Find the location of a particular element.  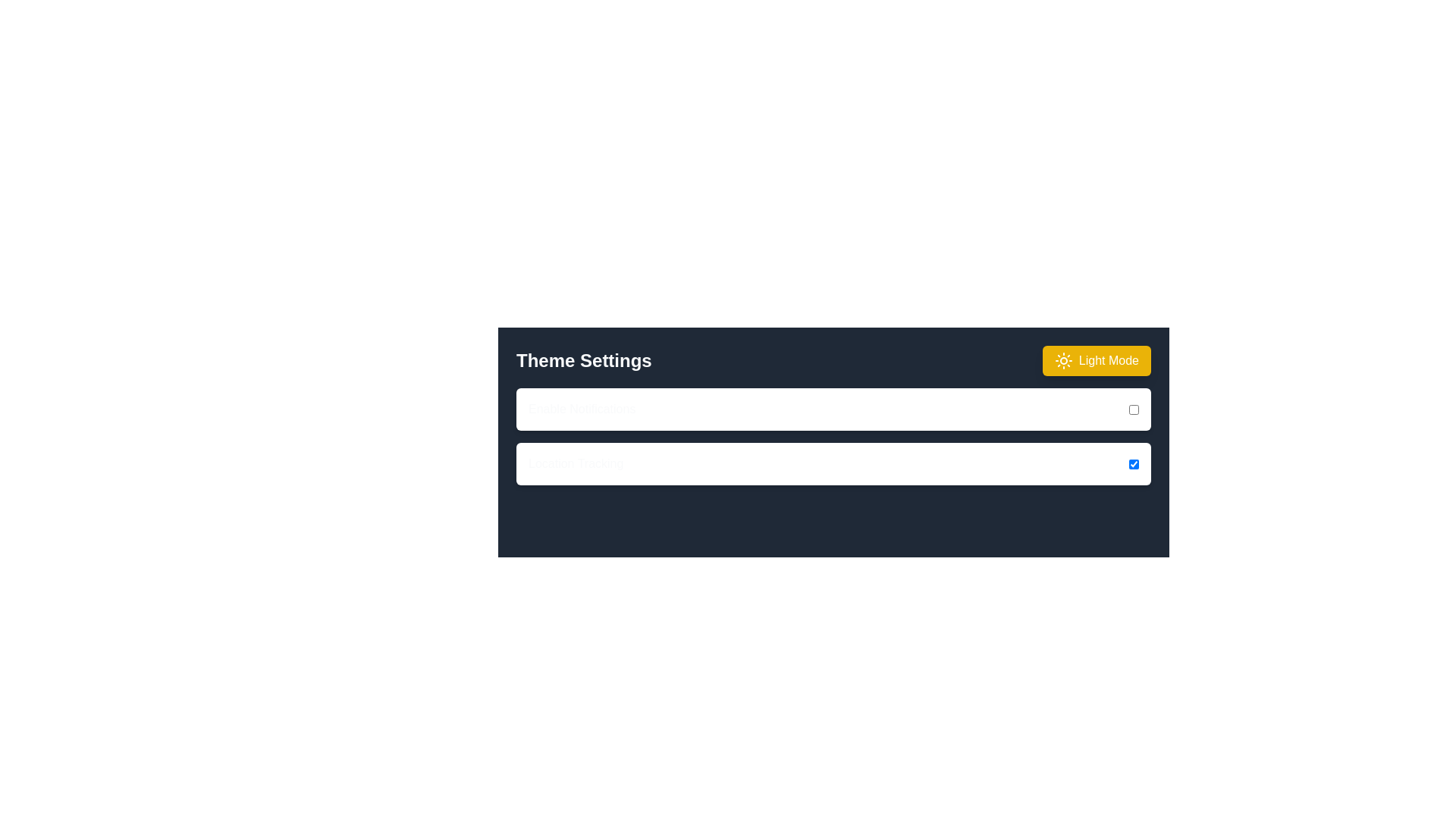

'Light Mode' button to toggle the theme is located at coordinates (1096, 360).